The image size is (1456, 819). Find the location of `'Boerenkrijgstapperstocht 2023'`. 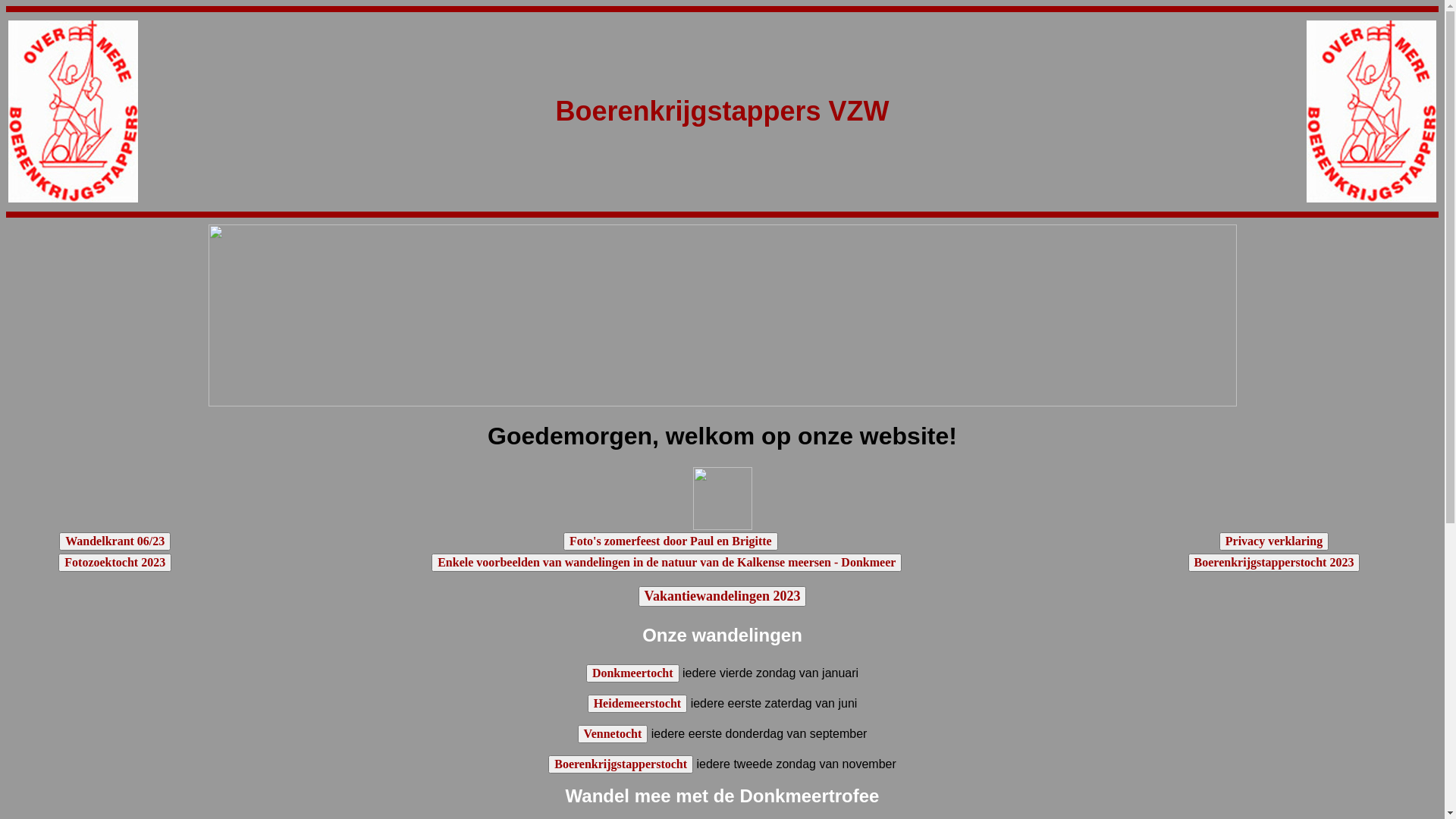

'Boerenkrijgstapperstocht 2023' is located at coordinates (1274, 562).